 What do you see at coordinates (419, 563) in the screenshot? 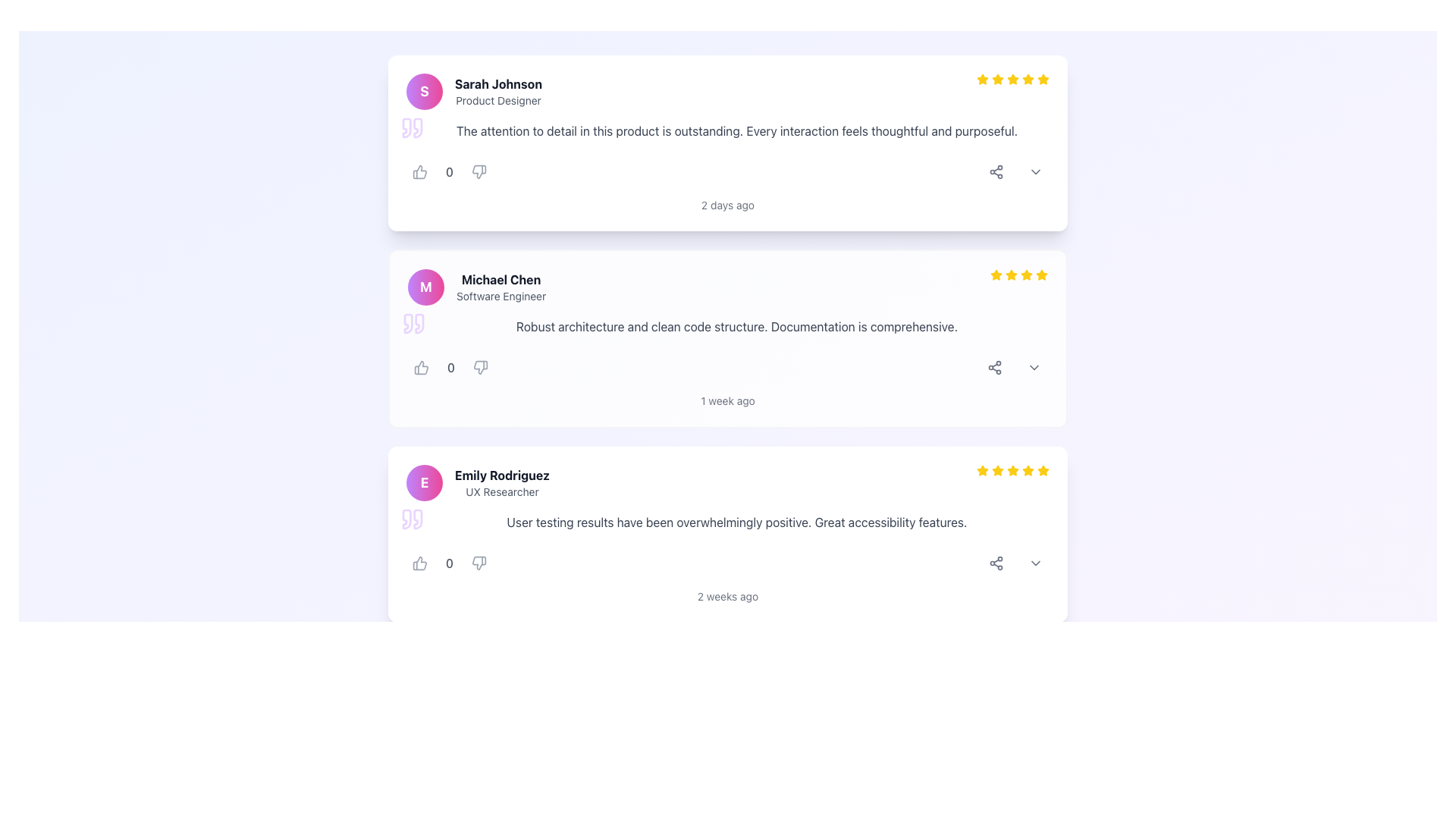
I see `the like button icon represented as an SVG graphic in the comment section for user Emily Rodriguez` at bounding box center [419, 563].